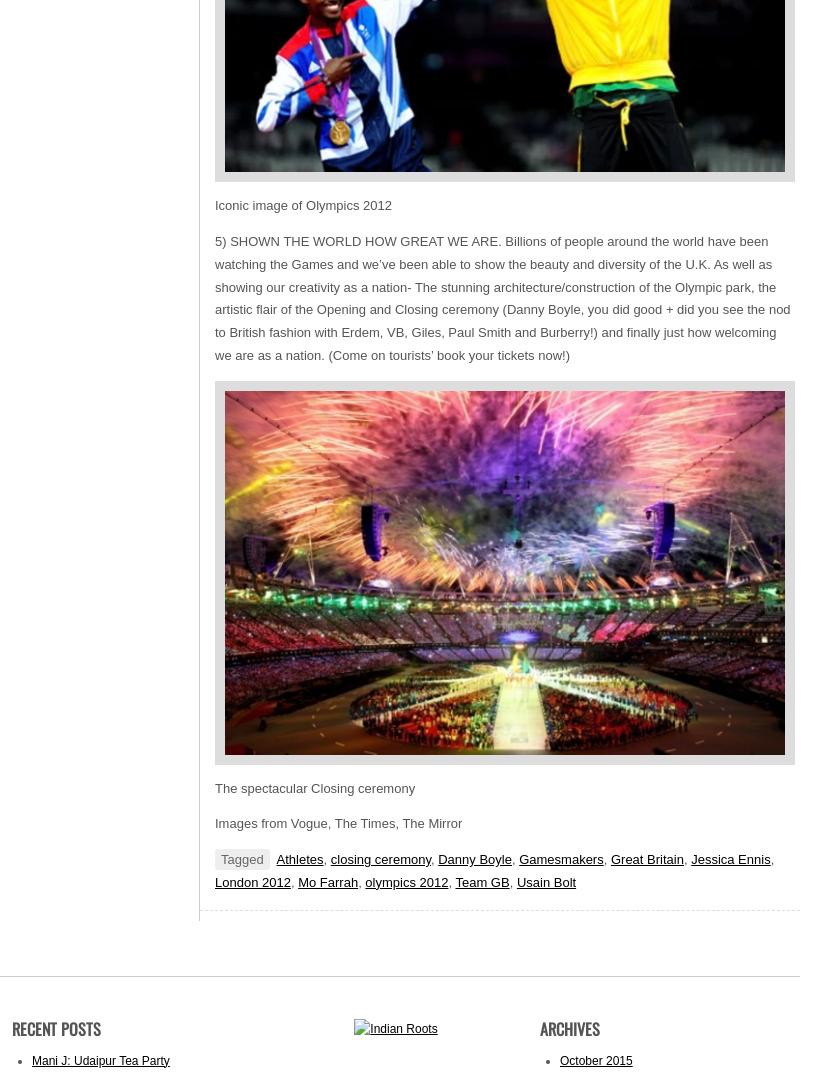 Image resolution: width=820 pixels, height=1074 pixels. Describe the element at coordinates (240, 859) in the screenshot. I see `'Tagged'` at that location.